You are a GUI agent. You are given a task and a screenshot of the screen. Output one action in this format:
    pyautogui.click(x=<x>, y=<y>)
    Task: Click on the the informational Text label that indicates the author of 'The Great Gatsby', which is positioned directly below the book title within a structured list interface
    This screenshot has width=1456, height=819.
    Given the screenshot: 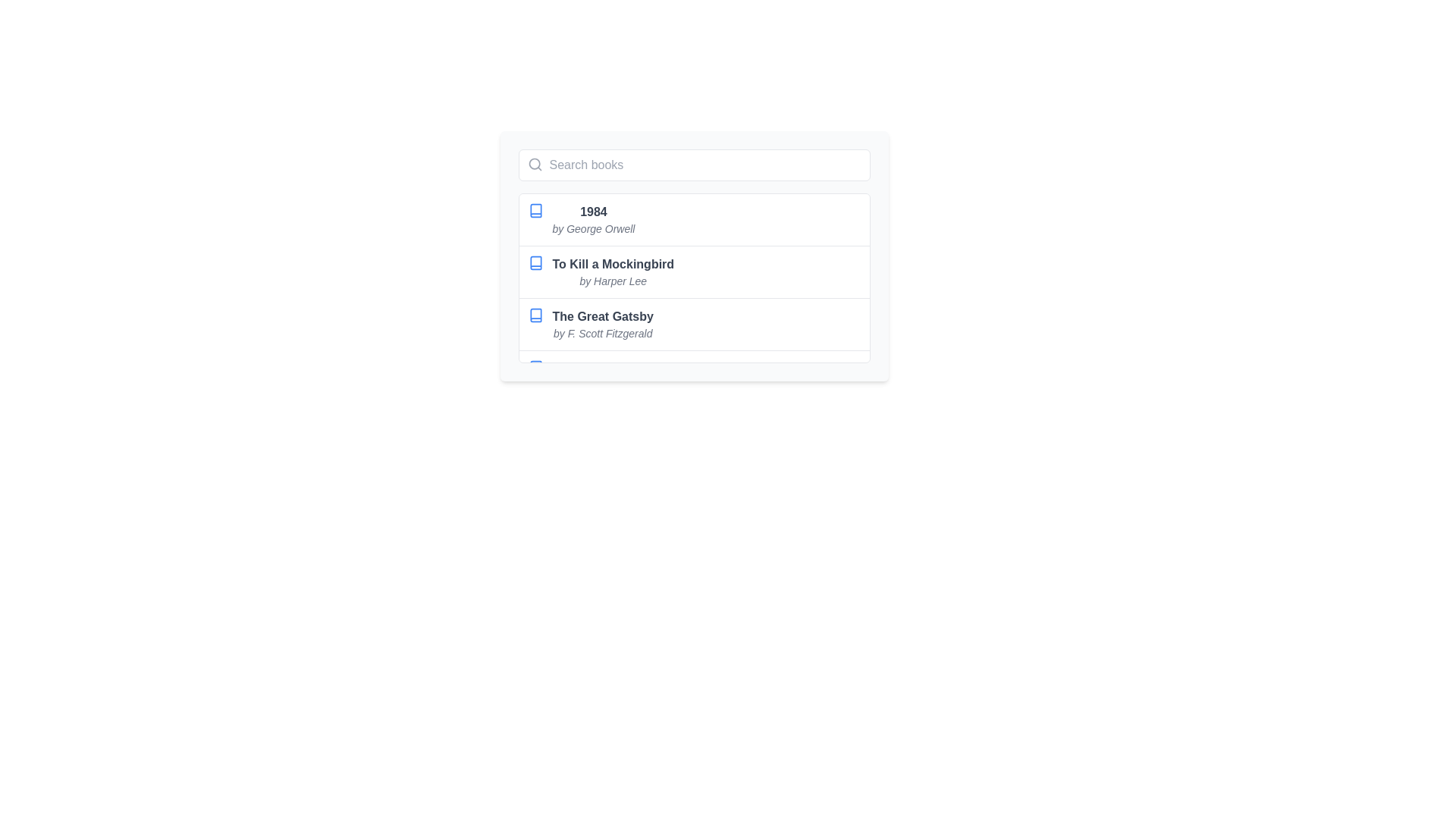 What is the action you would take?
    pyautogui.click(x=602, y=332)
    